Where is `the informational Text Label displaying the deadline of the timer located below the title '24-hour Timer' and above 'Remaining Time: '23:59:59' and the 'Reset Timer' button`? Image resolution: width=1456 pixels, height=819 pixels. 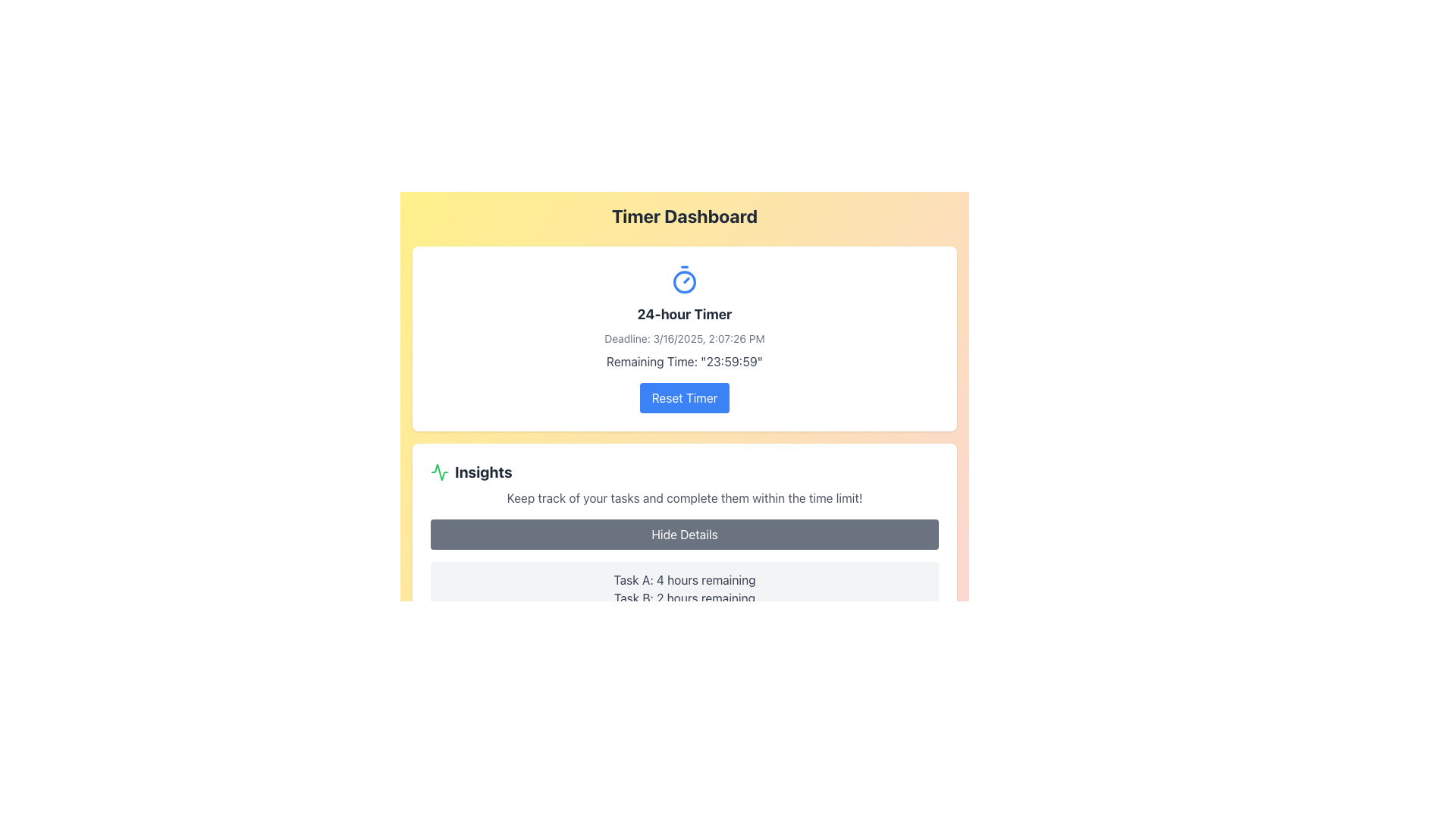
the informational Text Label displaying the deadline of the timer located below the title '24-hour Timer' and above 'Remaining Time: '23:59:59' and the 'Reset Timer' button is located at coordinates (683, 338).